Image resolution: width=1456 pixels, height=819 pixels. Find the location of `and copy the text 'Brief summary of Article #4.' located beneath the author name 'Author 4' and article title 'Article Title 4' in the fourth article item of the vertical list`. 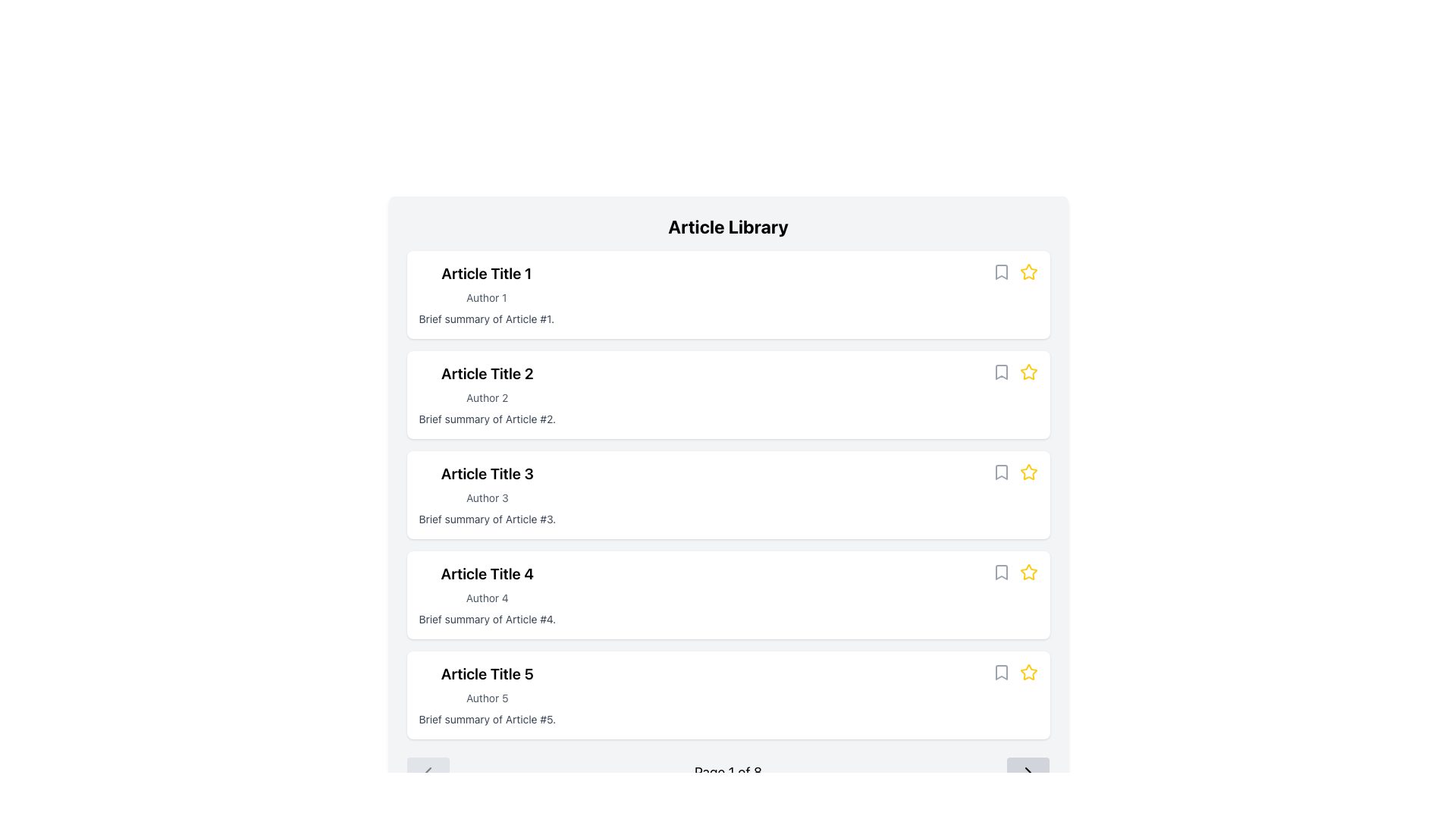

and copy the text 'Brief summary of Article #4.' located beneath the author name 'Author 4' and article title 'Article Title 4' in the fourth article item of the vertical list is located at coordinates (487, 620).